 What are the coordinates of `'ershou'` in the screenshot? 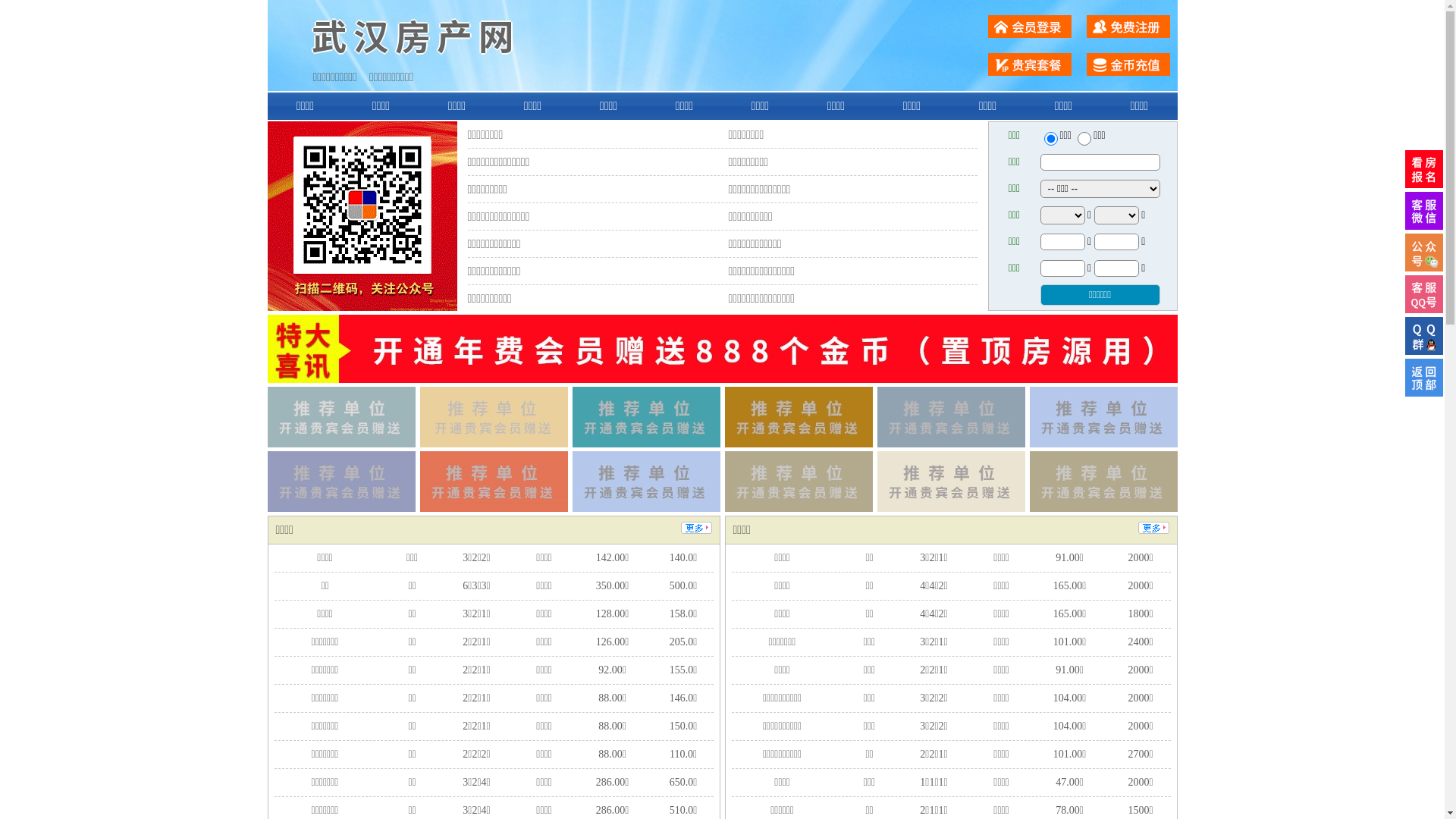 It's located at (1050, 138).